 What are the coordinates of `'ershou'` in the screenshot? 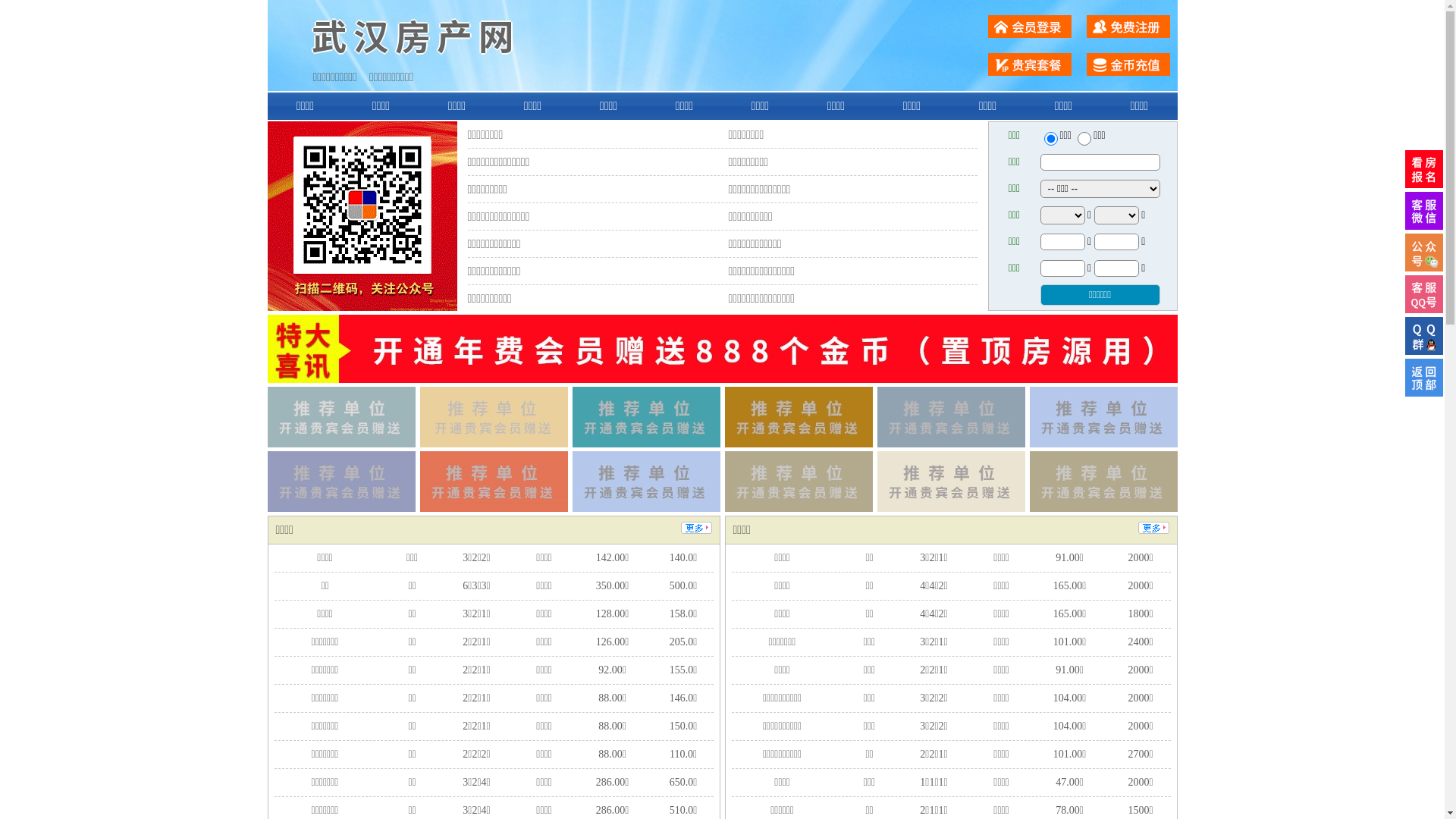 It's located at (1050, 138).